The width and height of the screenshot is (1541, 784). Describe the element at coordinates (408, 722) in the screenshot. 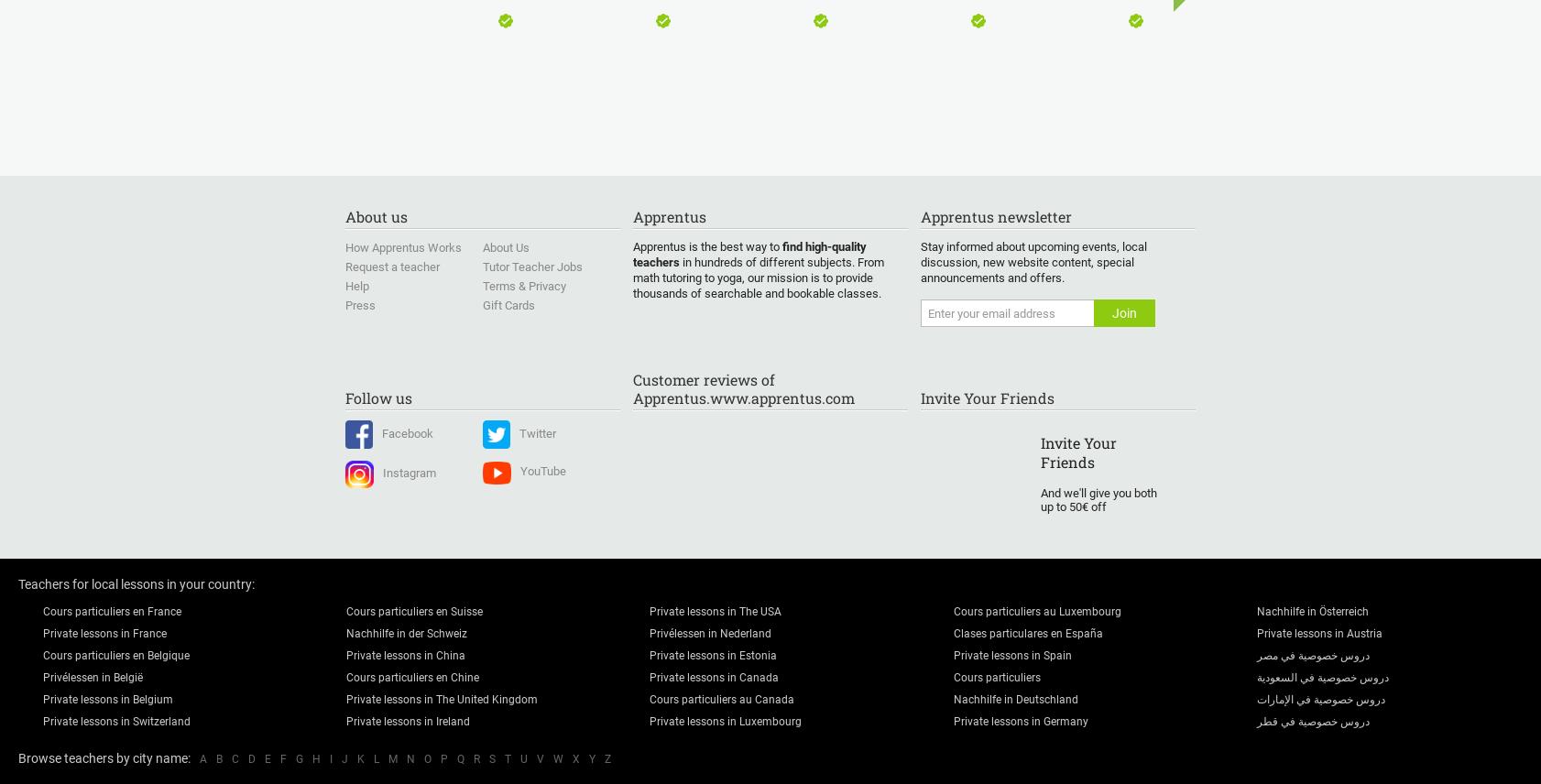

I see `'Private lessons in Ireland'` at that location.